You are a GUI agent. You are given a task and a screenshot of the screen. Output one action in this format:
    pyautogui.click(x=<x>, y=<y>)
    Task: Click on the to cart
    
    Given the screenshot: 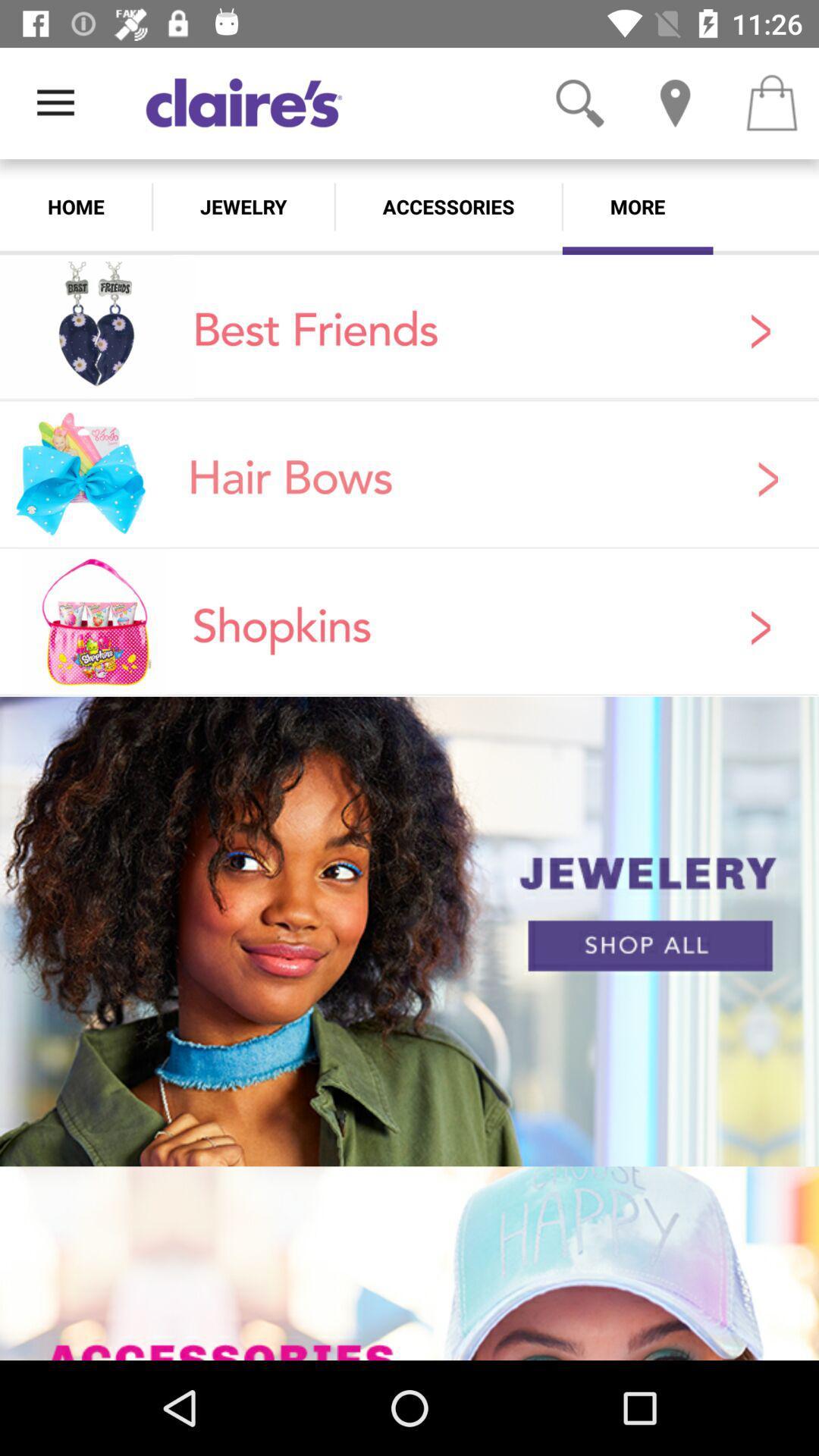 What is the action you would take?
    pyautogui.click(x=771, y=102)
    